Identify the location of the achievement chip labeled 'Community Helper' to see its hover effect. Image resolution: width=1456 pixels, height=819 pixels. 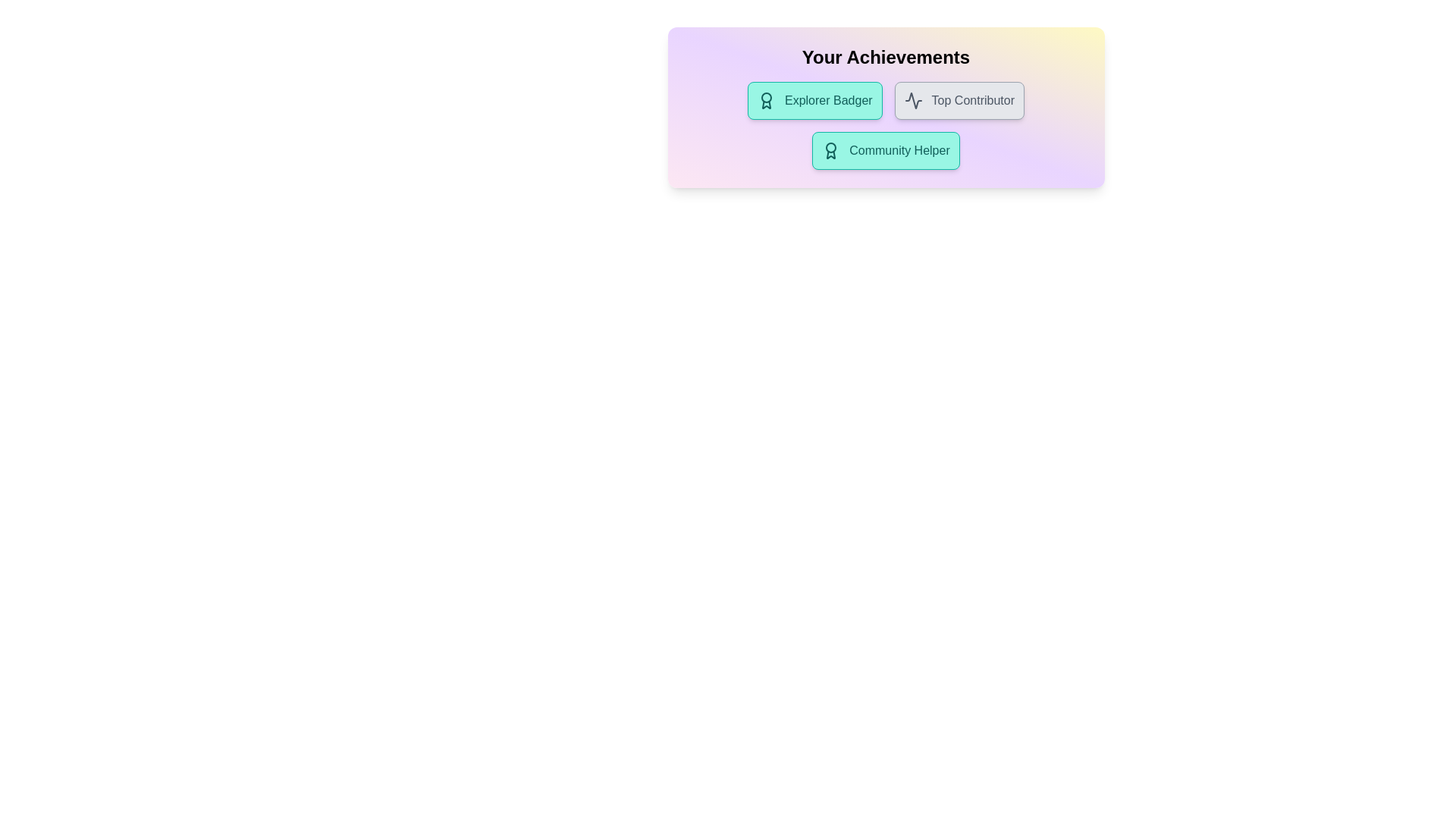
(885, 151).